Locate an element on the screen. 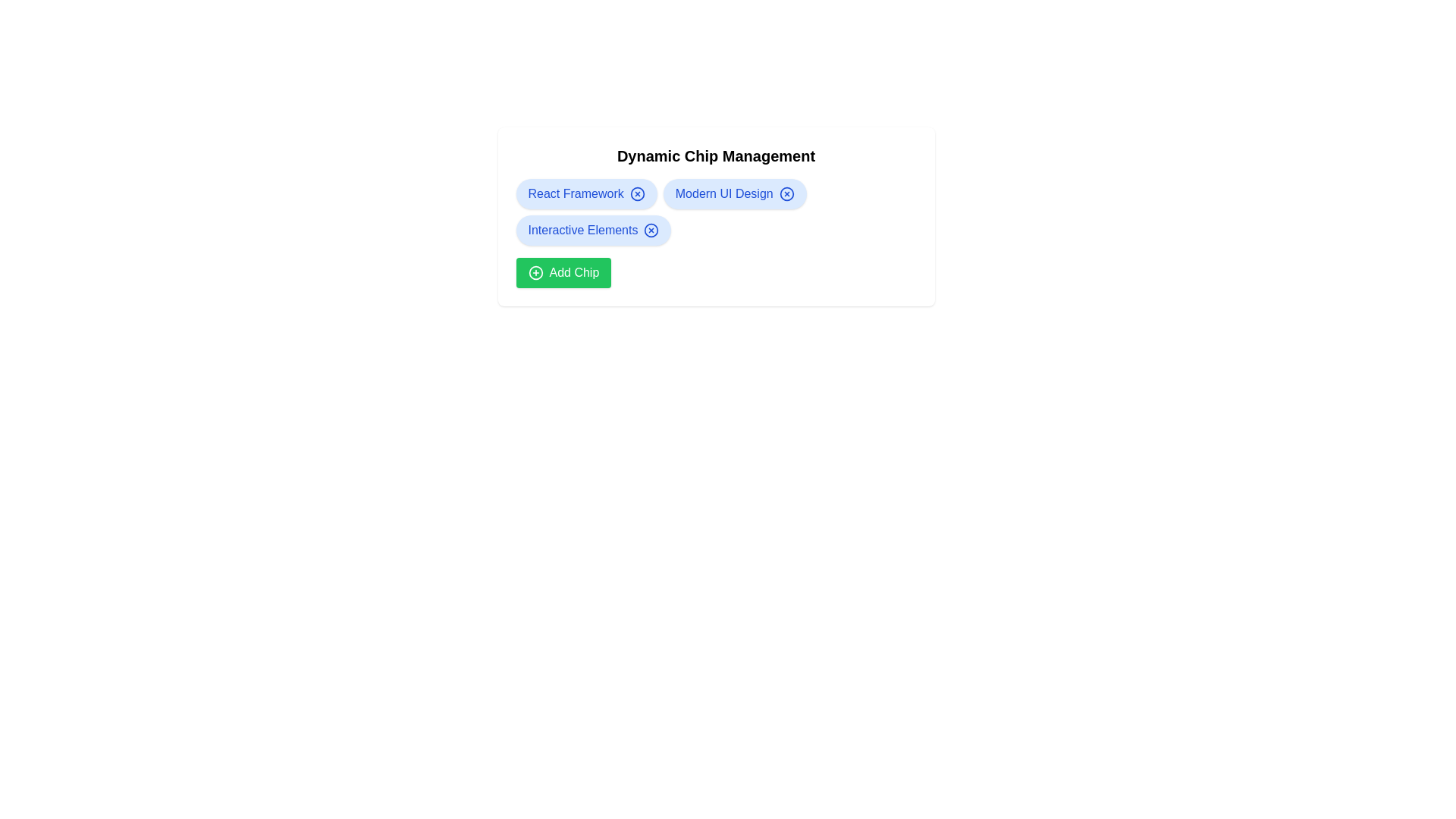 The height and width of the screenshot is (819, 1456). close button on the chip labeled Modern UI Design to remove it is located at coordinates (786, 193).